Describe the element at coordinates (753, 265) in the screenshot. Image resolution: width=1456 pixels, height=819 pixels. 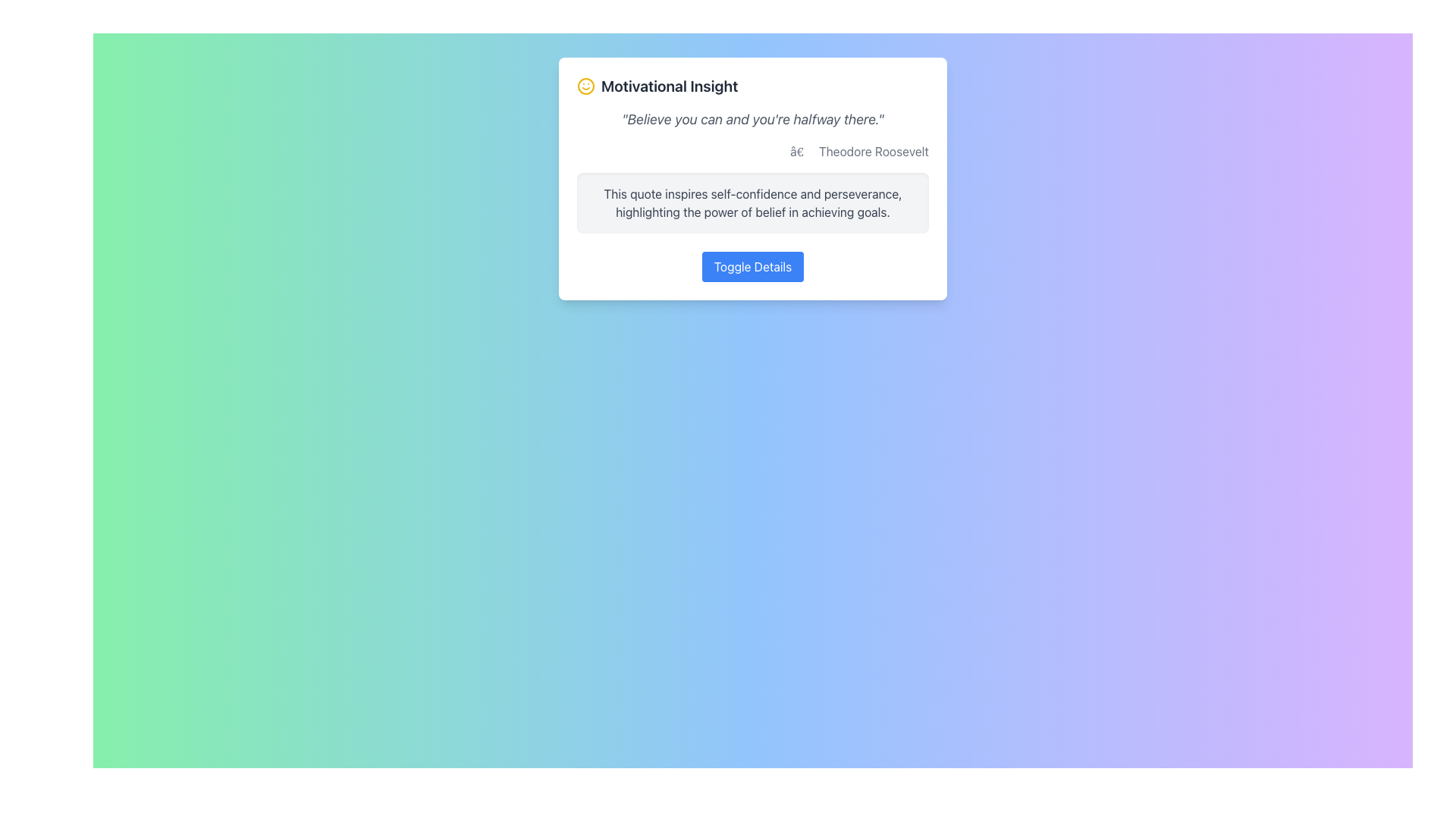
I see `the 'Toggle Details' button, which is a rectangular button with a blue background and rounded corners` at that location.